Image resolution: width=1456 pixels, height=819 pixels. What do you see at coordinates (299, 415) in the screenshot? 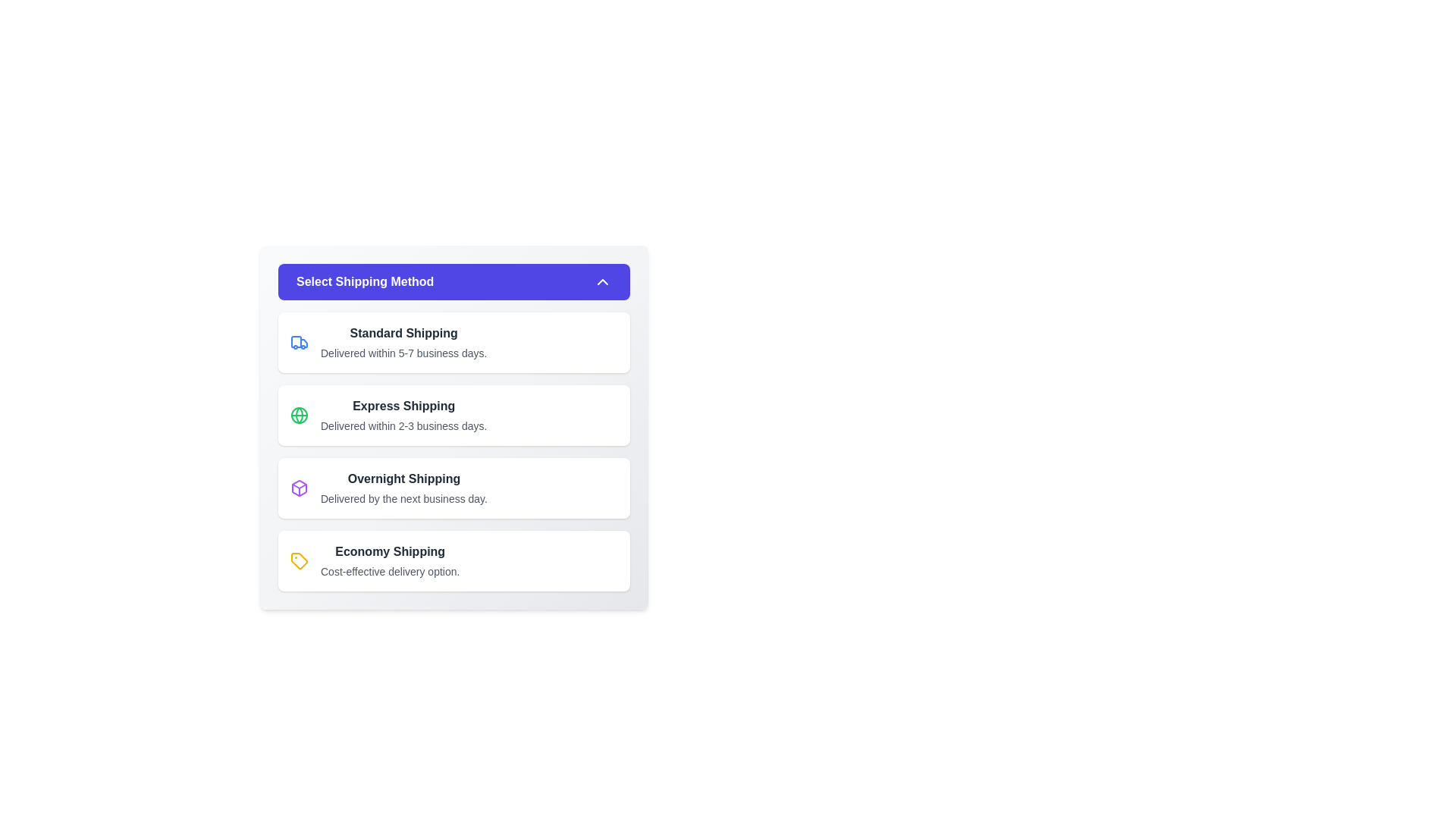
I see `the green globe icon located at the top left corner of the 'Express Shipping' card, which is the second option in the list of shipping methods` at bounding box center [299, 415].